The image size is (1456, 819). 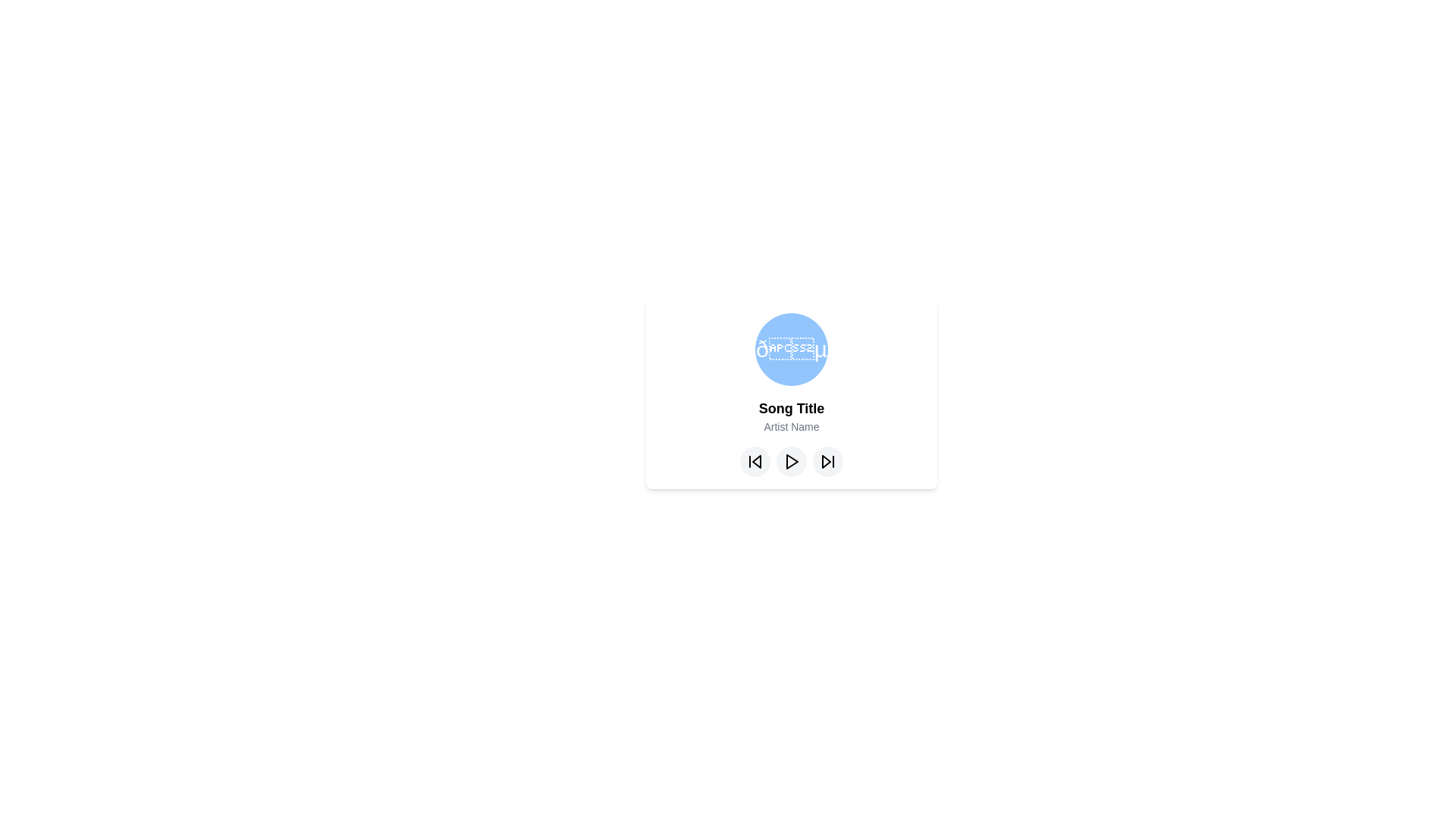 I want to click on the leftmost 'previous' button in the media playback interface, so click(x=755, y=461).